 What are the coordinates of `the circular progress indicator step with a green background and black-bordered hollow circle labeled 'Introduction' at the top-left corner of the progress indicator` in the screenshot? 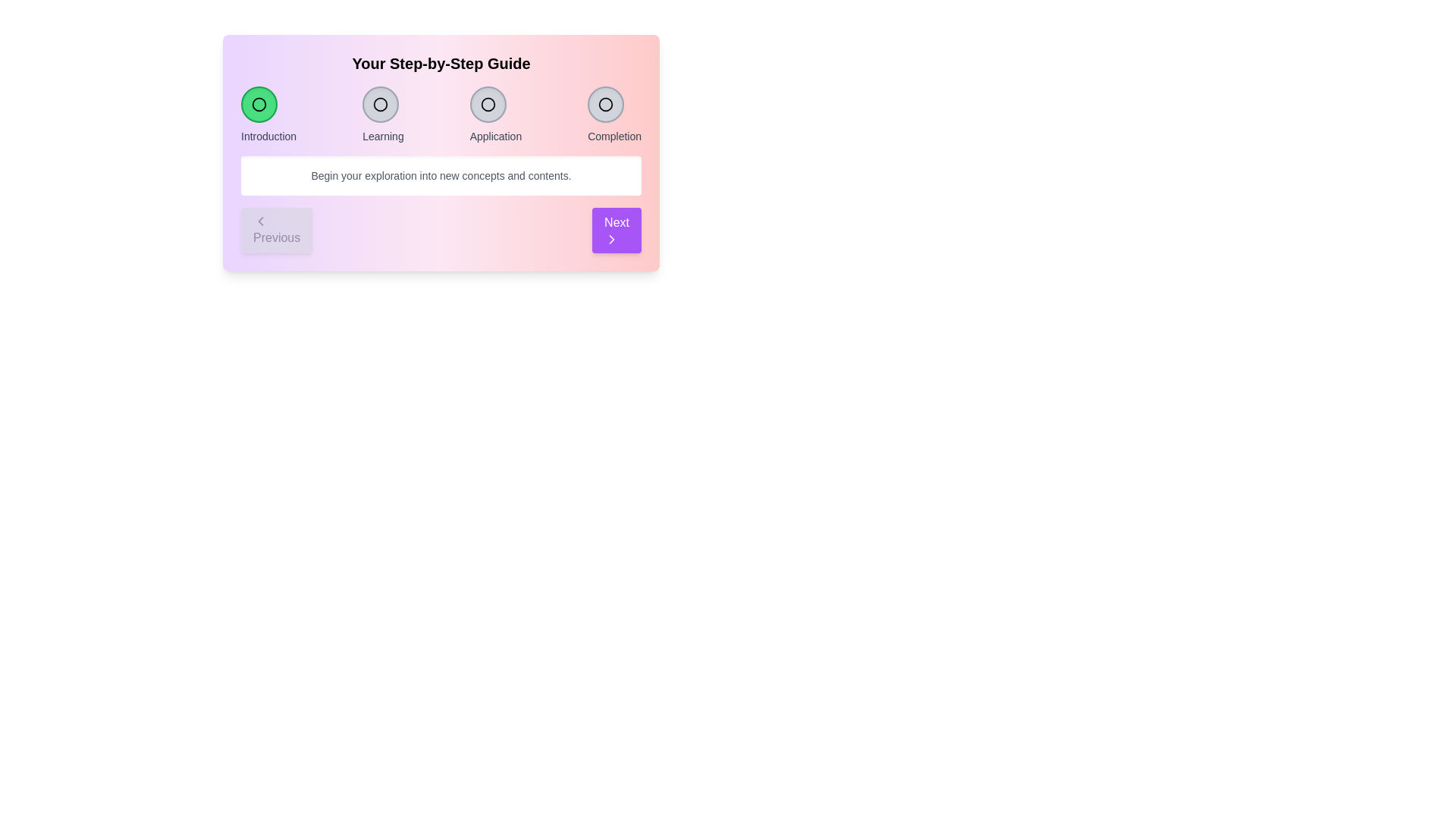 It's located at (268, 114).